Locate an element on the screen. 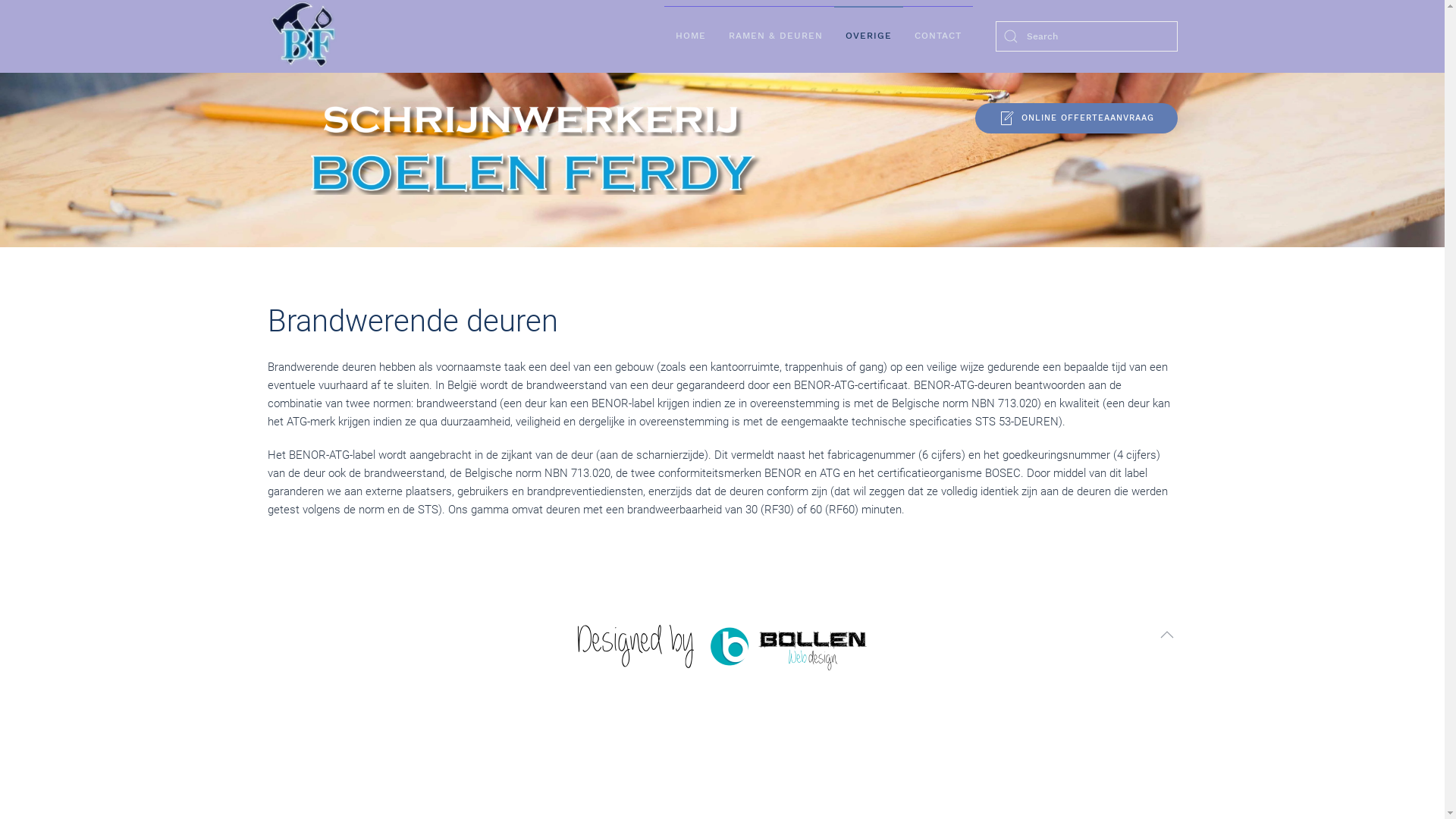 This screenshot has width=1456, height=819. 'Terug naar boven' is located at coordinates (1165, 635).